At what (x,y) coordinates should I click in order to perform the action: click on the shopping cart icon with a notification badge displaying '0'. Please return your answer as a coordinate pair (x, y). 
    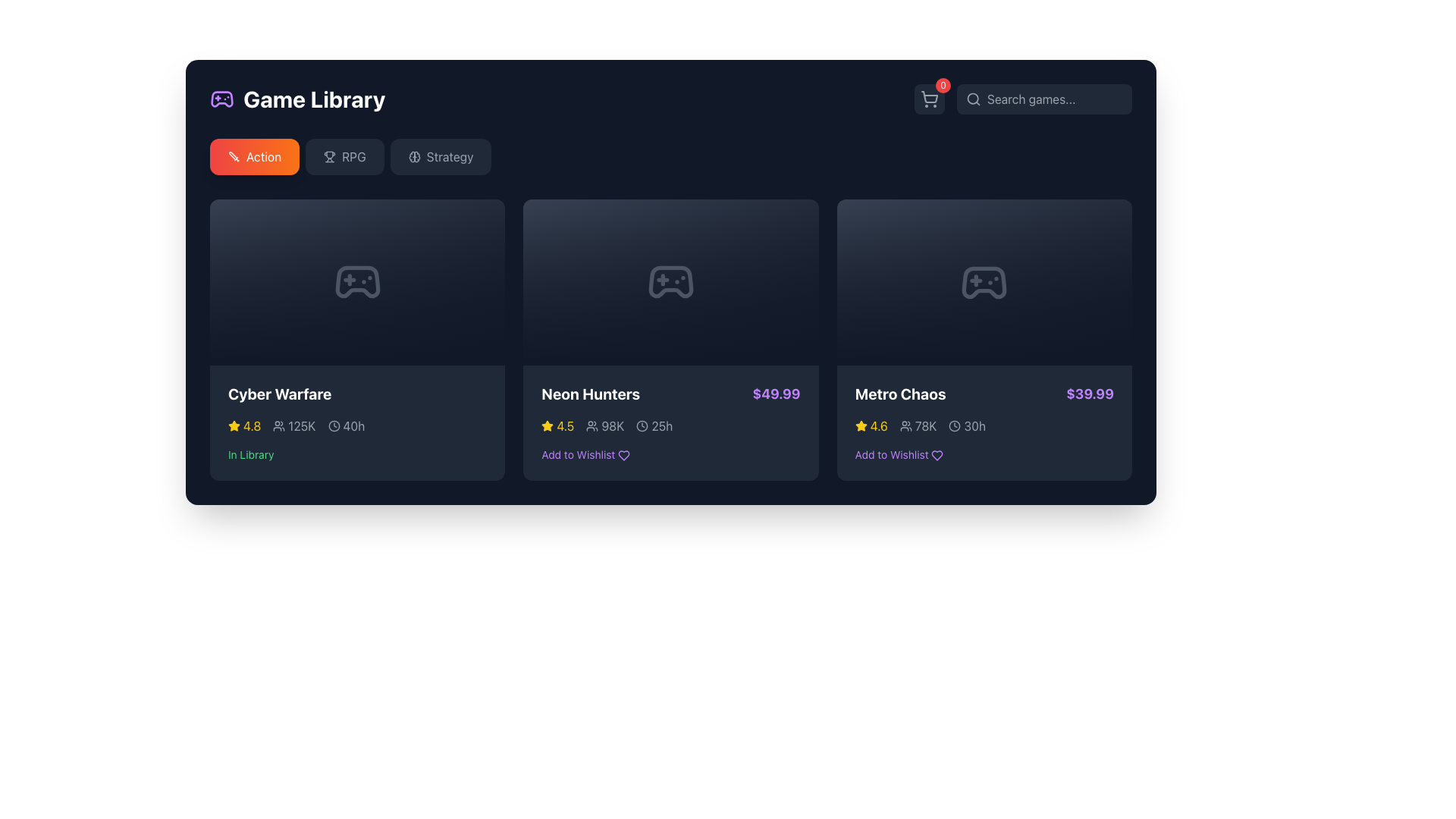
    Looking at the image, I should click on (928, 99).